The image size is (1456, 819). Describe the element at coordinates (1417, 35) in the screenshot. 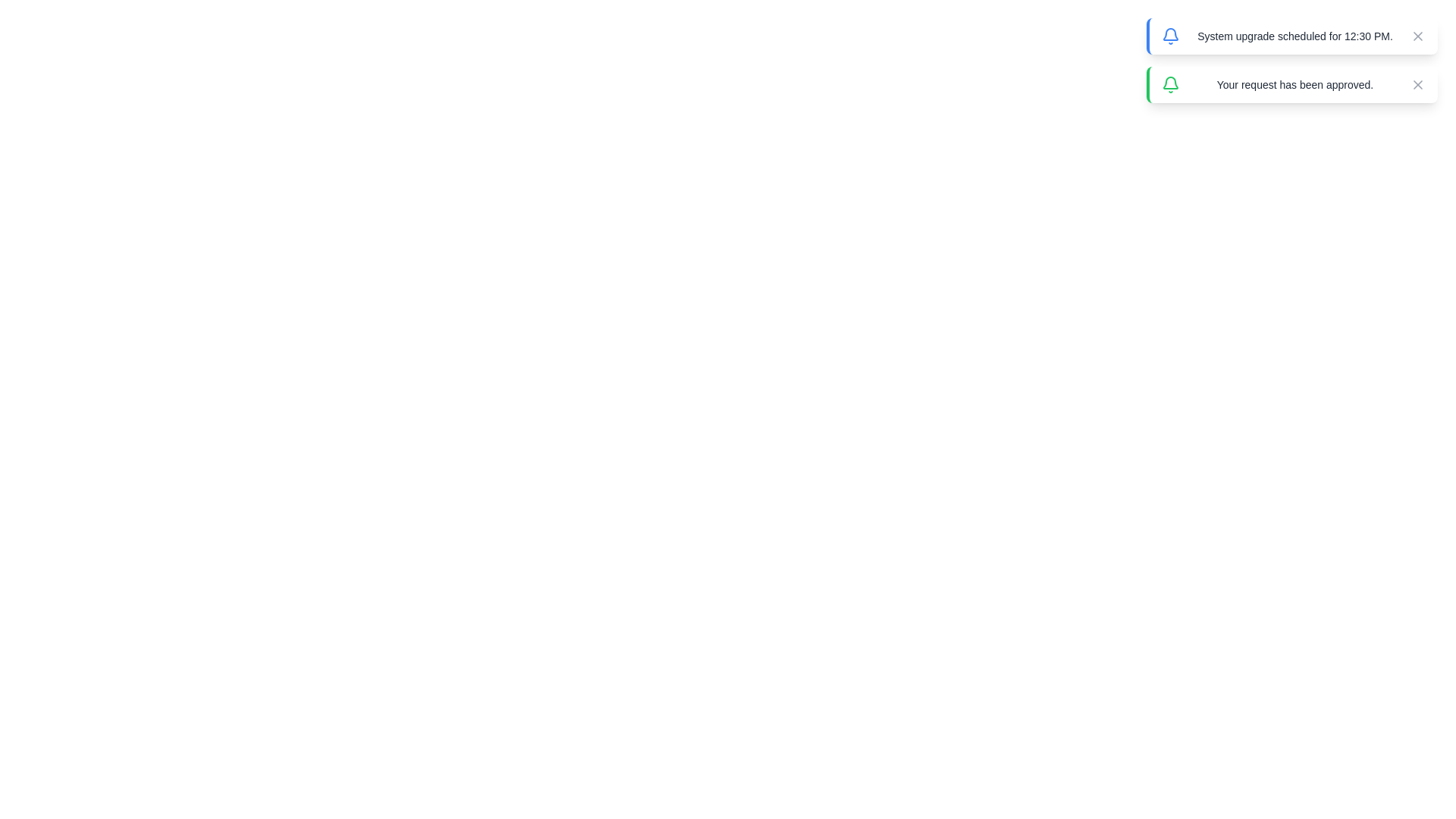

I see `the close button of the notification to remove it` at that location.